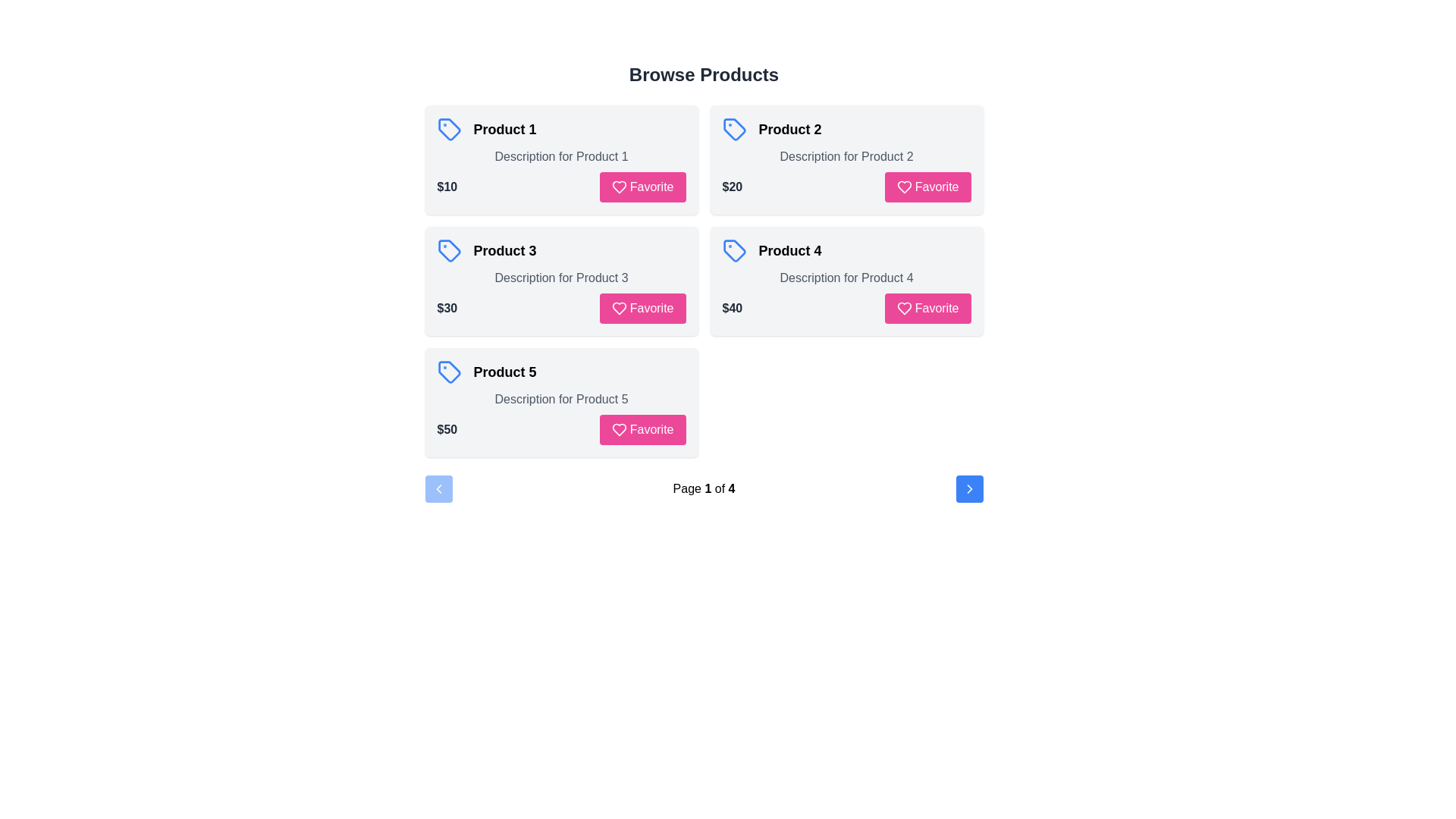  What do you see at coordinates (734, 128) in the screenshot?
I see `the blue outlined icon resembling a stylized tag next to the text 'Product 2'` at bounding box center [734, 128].